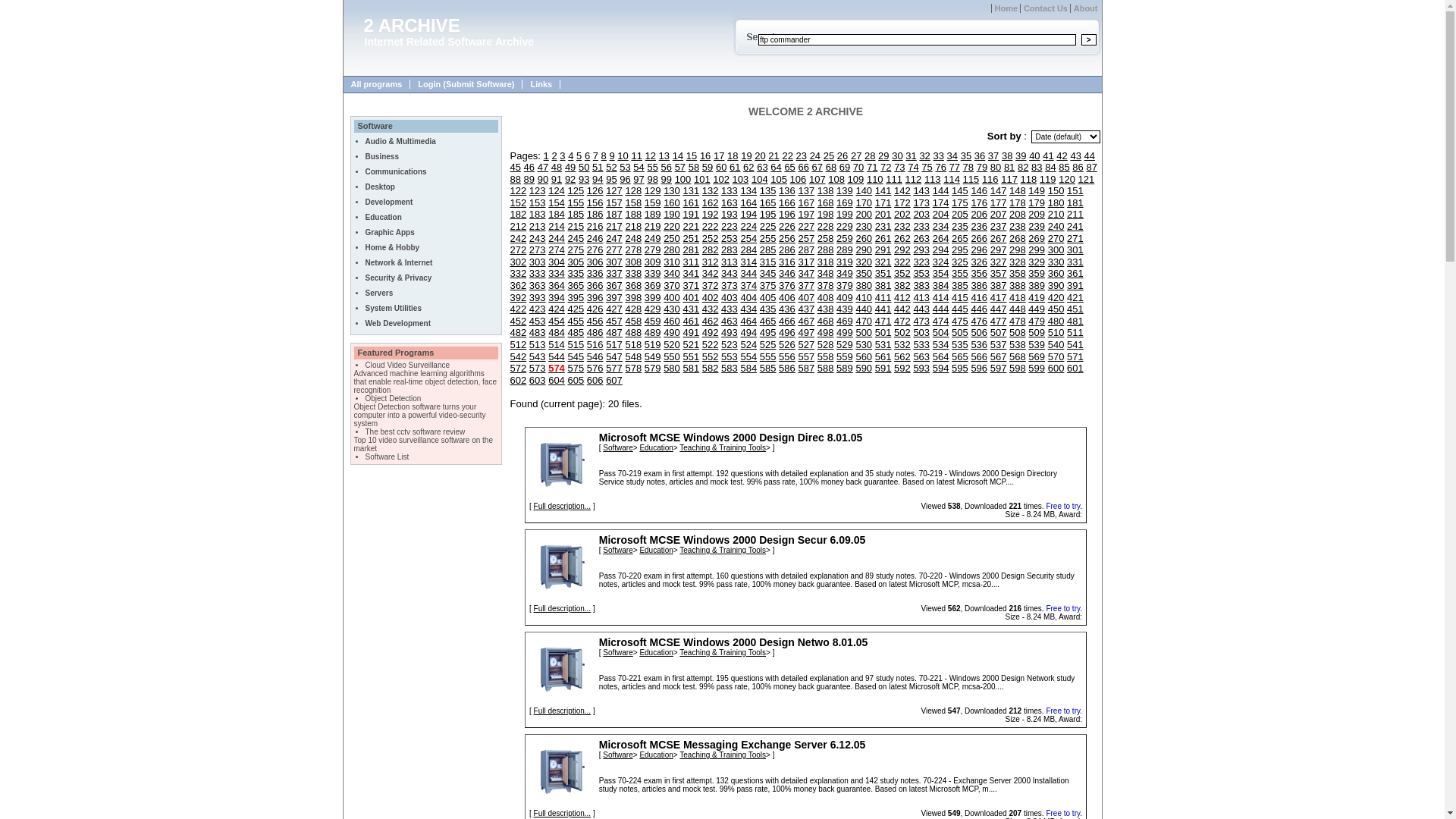 The image size is (1456, 819). What do you see at coordinates (1036, 368) in the screenshot?
I see `'599'` at bounding box center [1036, 368].